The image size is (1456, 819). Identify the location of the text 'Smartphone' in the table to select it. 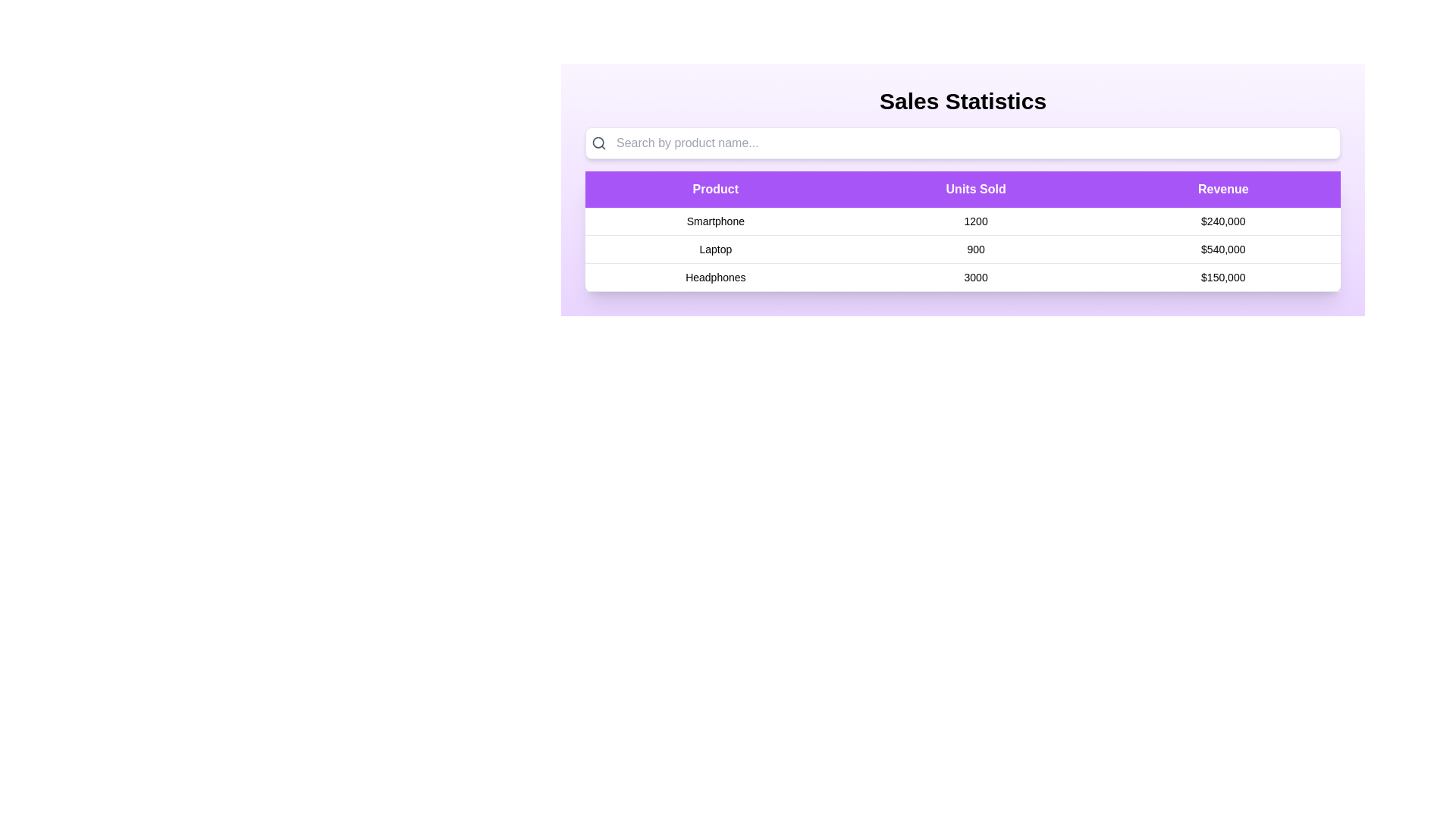
(714, 221).